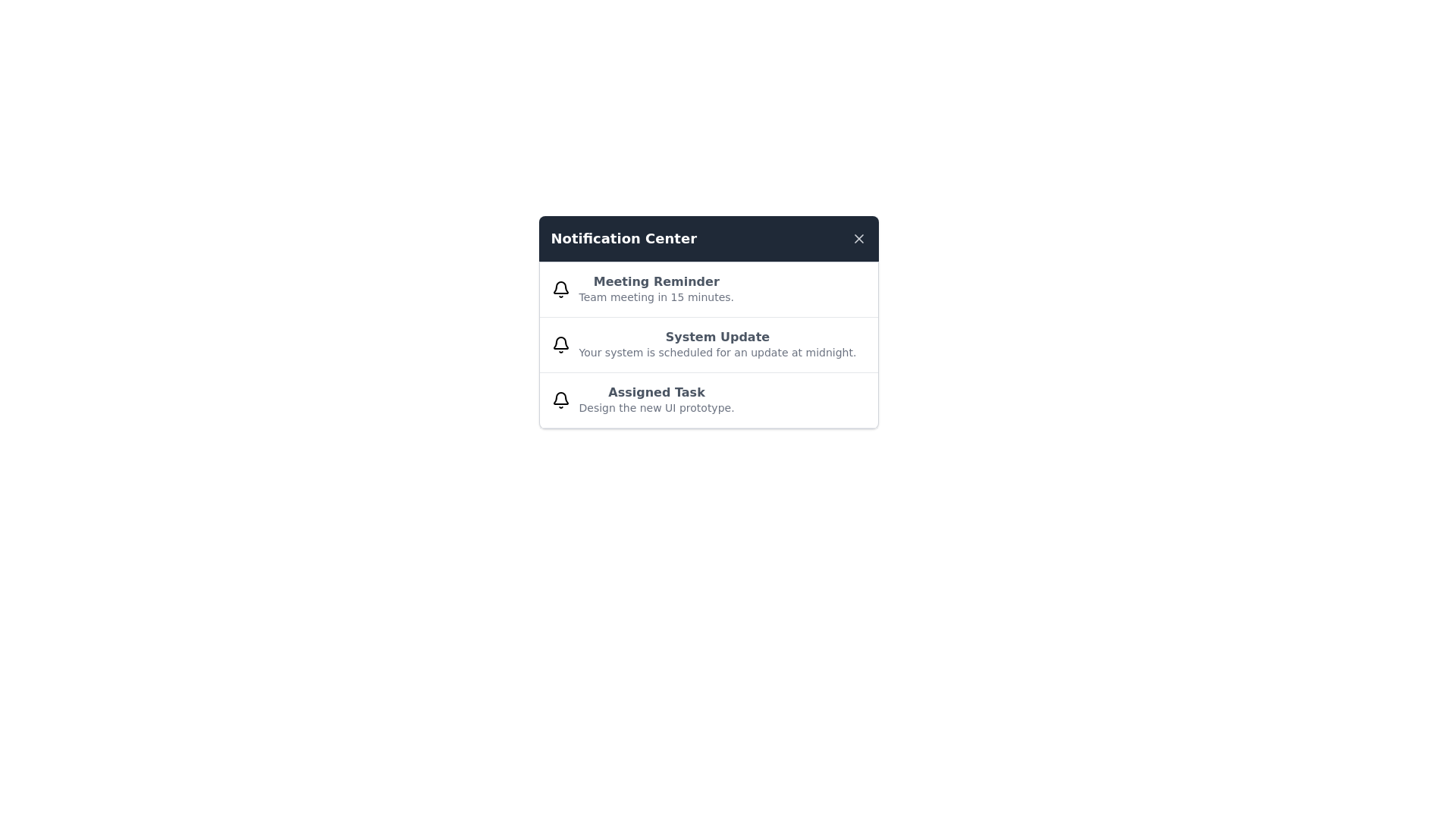 This screenshot has width=1456, height=819. What do you see at coordinates (858, 239) in the screenshot?
I see `the close button for the Notification Center interface, which is located to the right of the 'Notification Center' text label in the dark-gray header` at bounding box center [858, 239].